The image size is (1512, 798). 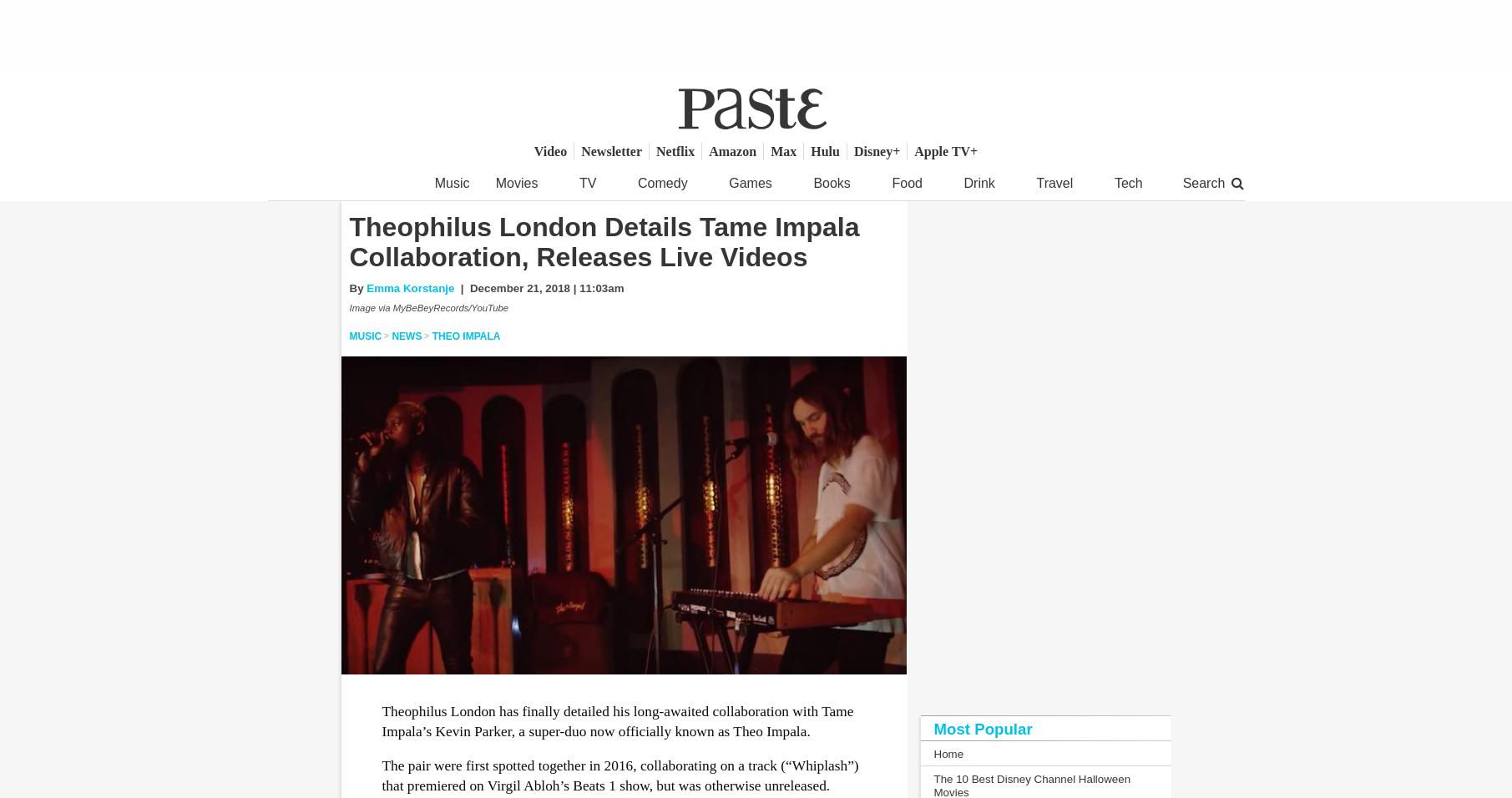 I want to click on 'Travel', so click(x=1036, y=183).